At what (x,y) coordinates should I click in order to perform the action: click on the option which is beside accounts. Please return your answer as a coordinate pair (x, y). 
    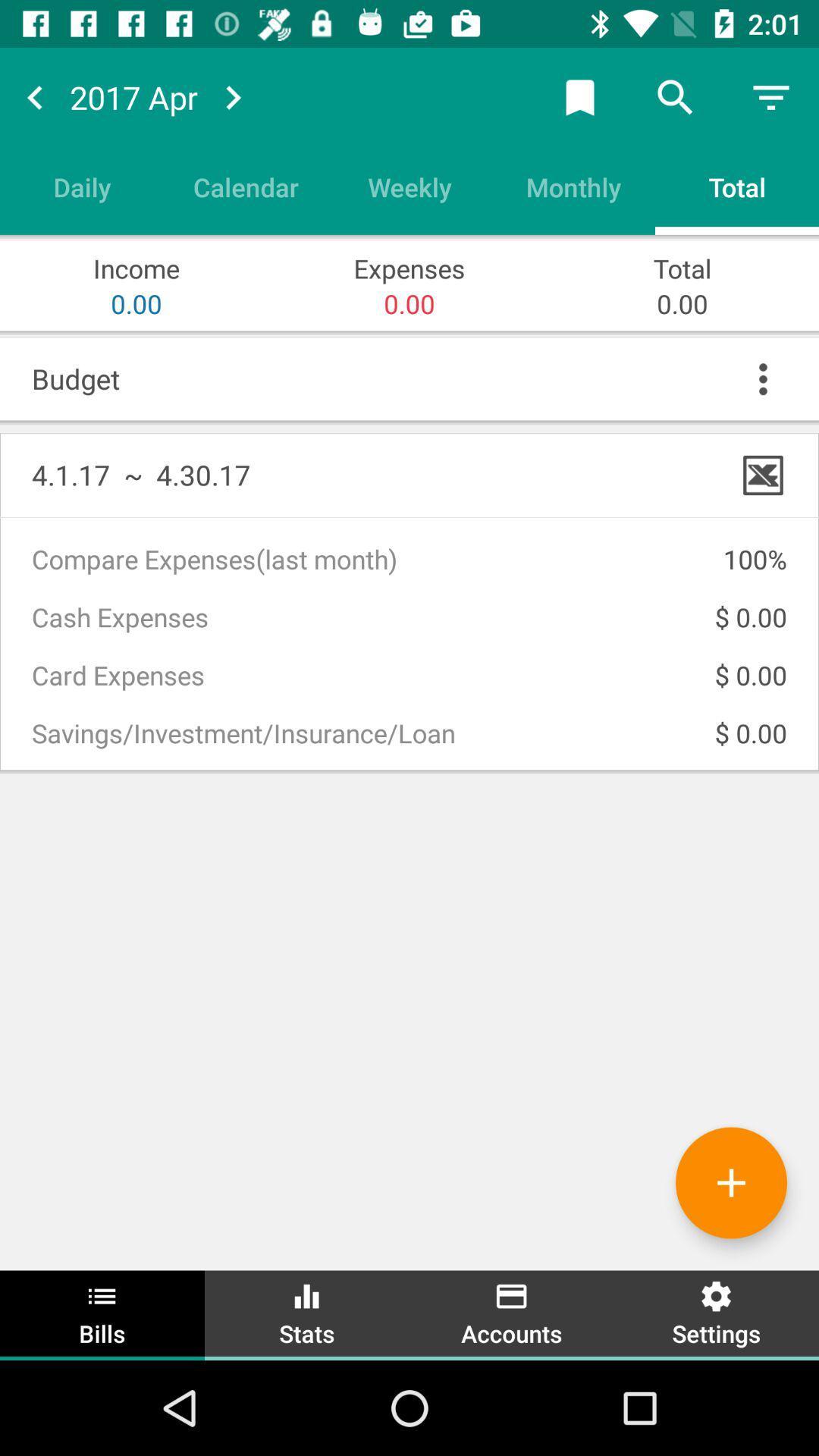
    Looking at the image, I should click on (717, 1313).